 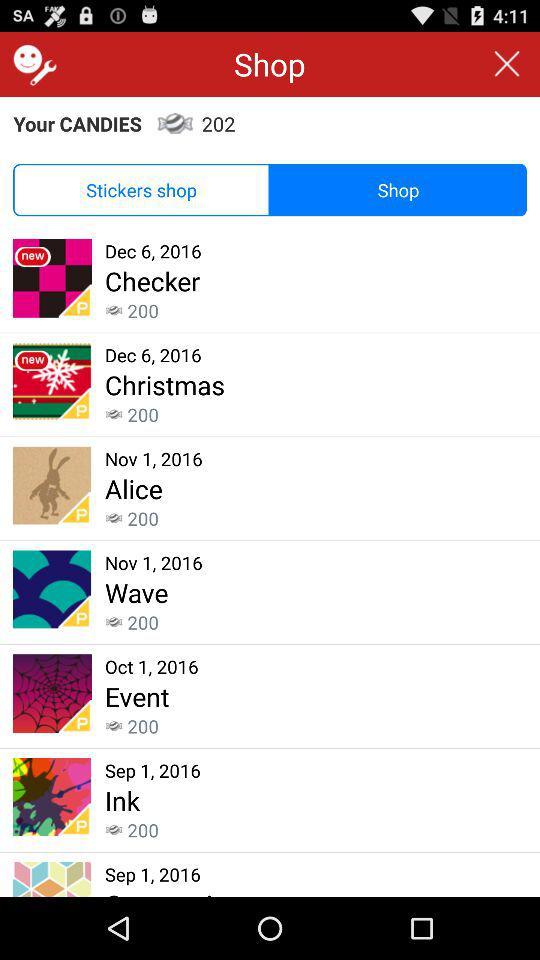 I want to click on the item above shop icon, so click(x=507, y=64).